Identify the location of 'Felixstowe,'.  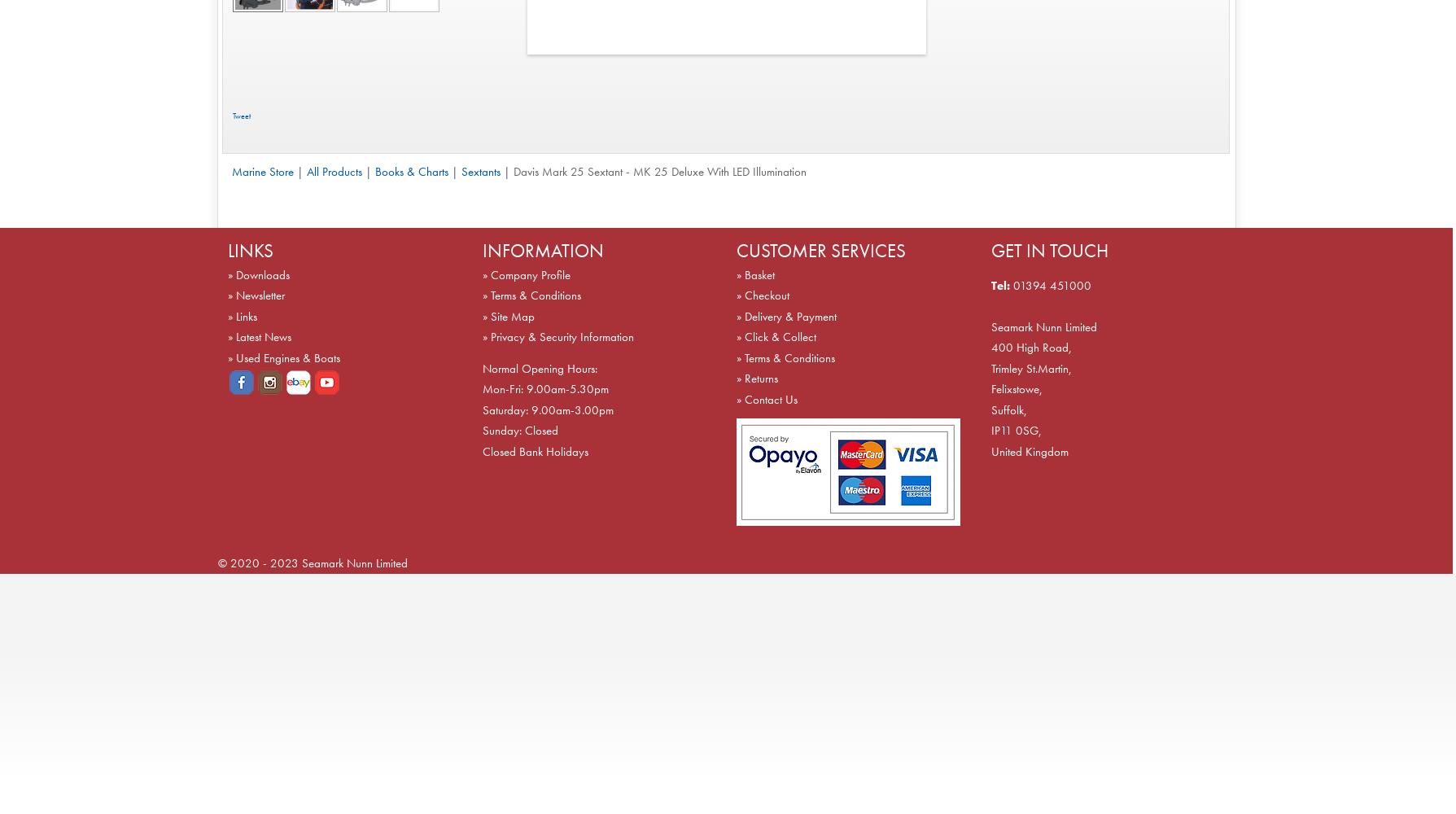
(1016, 388).